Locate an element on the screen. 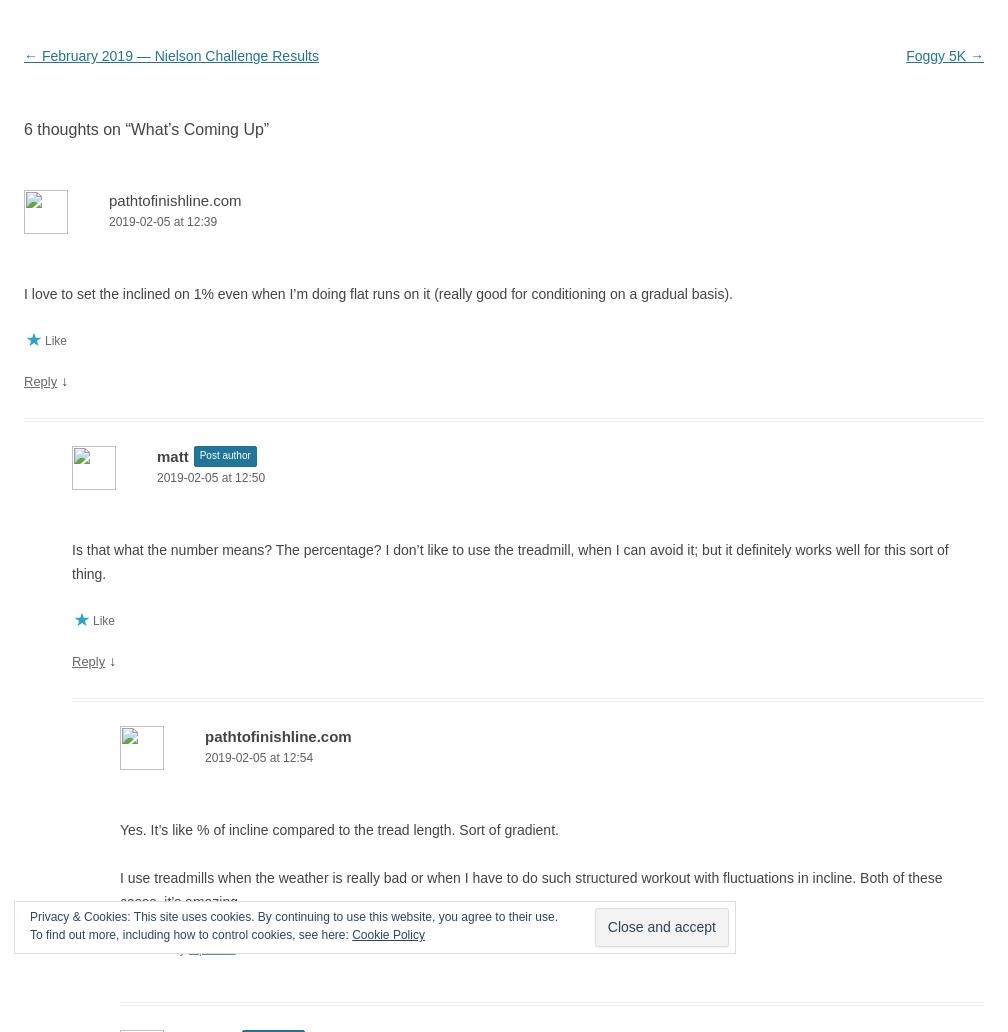  'I use treadmills when the weather is really bad or when I have to do such structured workout with fluctuations in incline. Both of these cases, it’s amazing.' is located at coordinates (531, 889).